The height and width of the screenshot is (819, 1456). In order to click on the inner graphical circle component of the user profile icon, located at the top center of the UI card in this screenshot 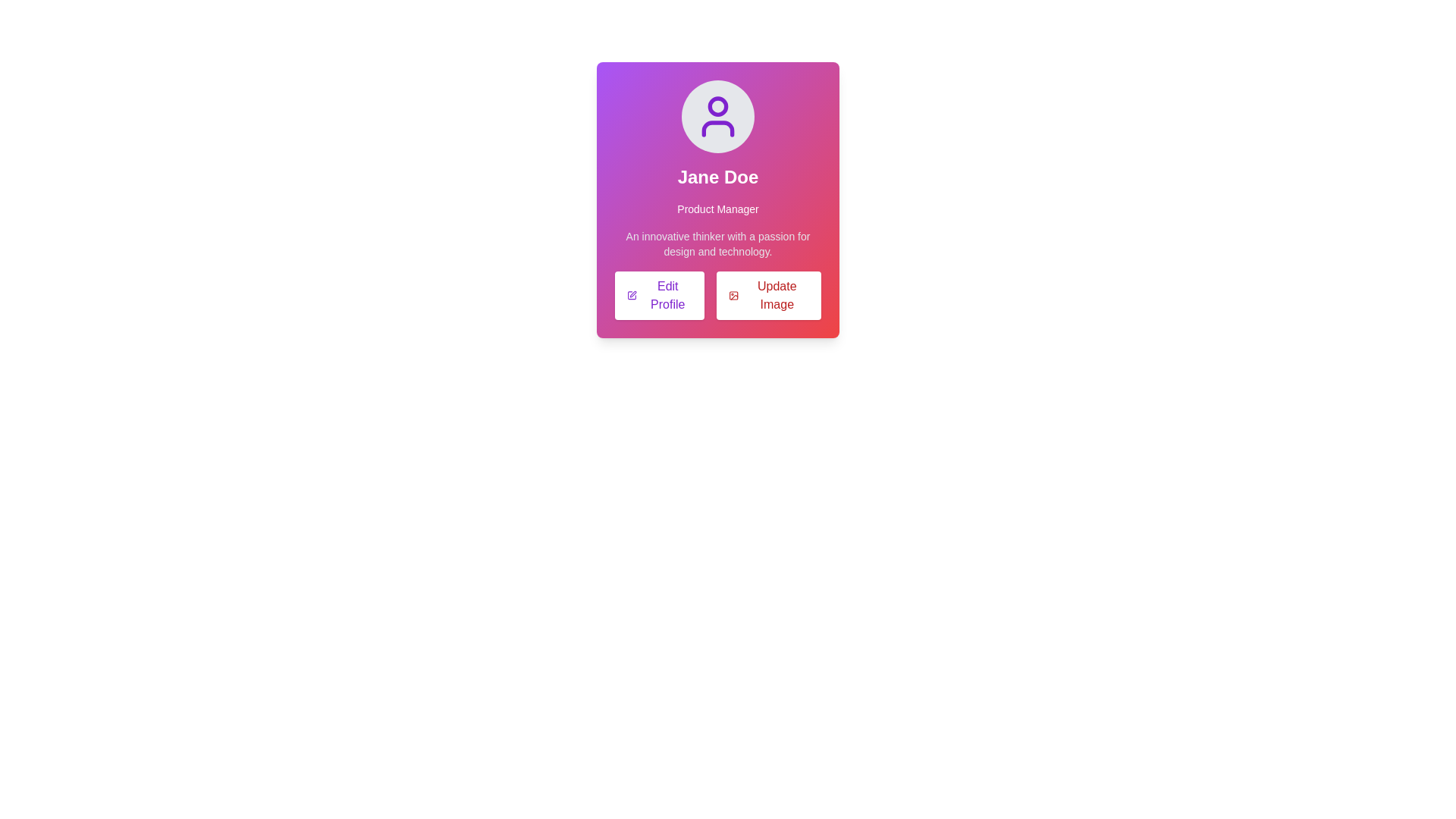, I will do `click(717, 105)`.